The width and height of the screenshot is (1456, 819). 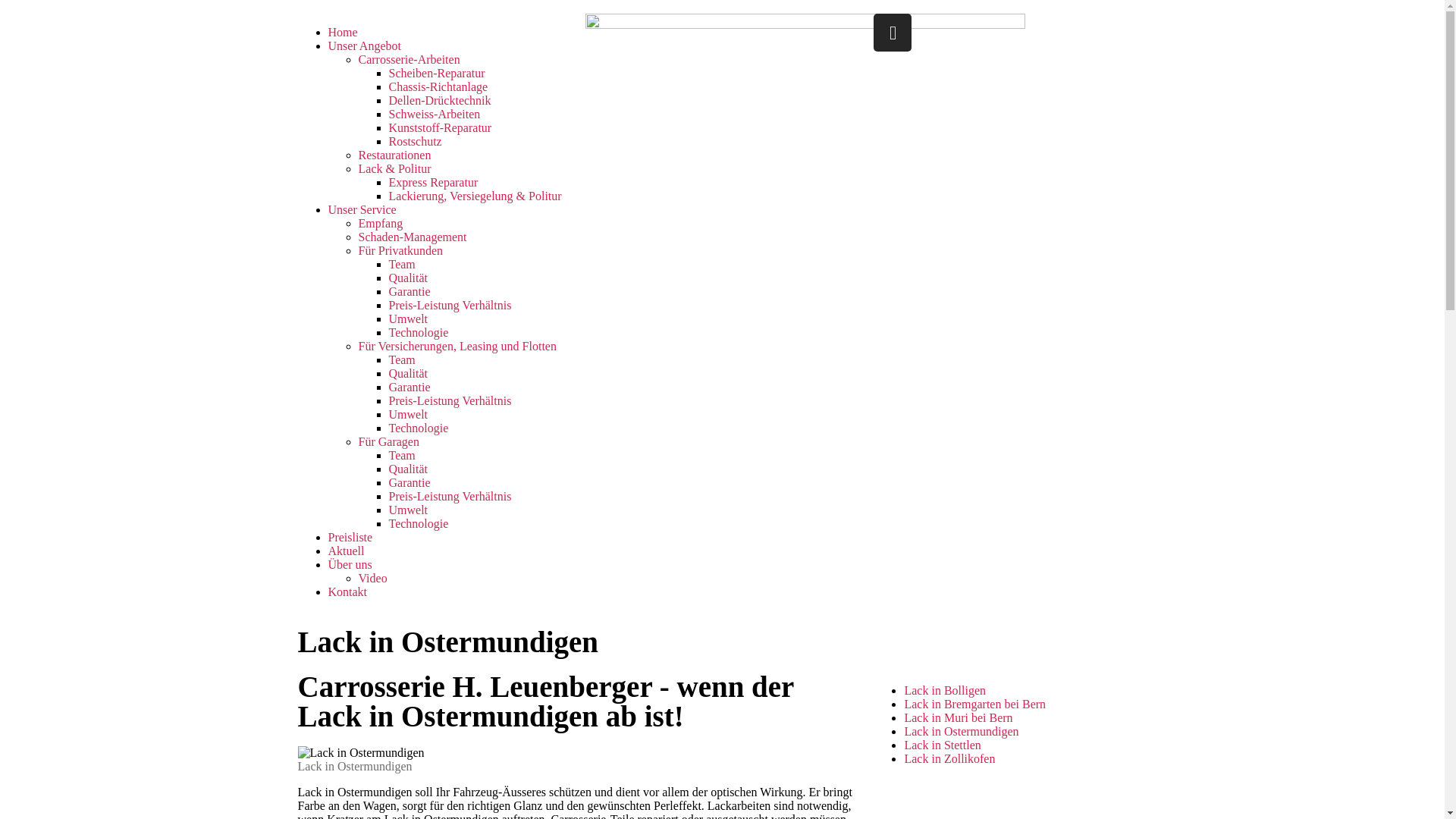 I want to click on 'Restaurationen', so click(x=394, y=155).